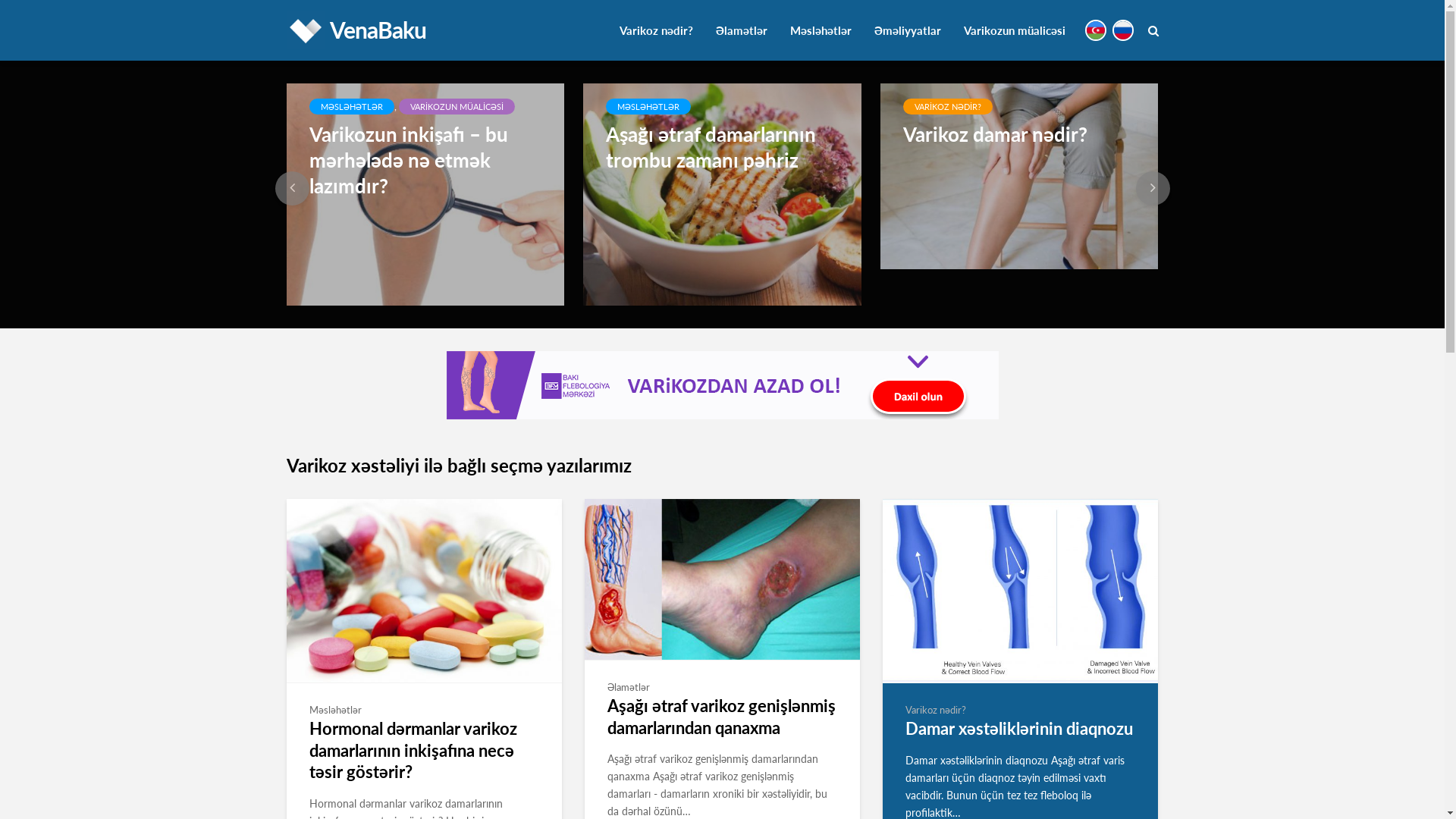  I want to click on 'VenaBaku', so click(377, 29).